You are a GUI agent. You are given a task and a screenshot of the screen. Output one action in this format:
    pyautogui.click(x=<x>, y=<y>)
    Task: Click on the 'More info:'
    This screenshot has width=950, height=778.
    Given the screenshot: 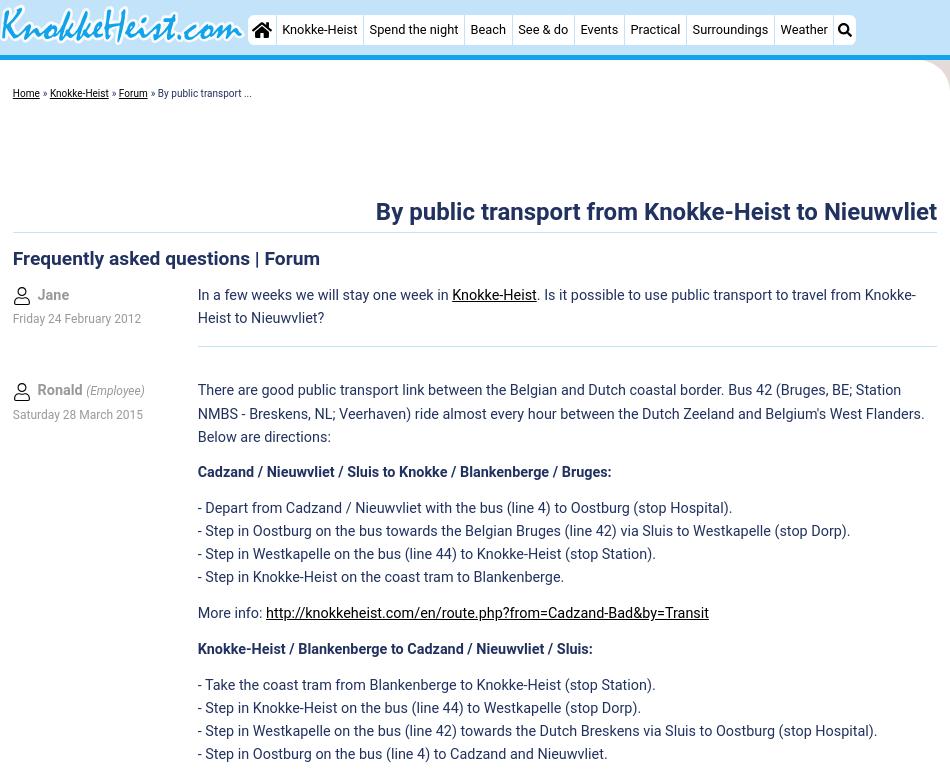 What is the action you would take?
    pyautogui.click(x=231, y=612)
    